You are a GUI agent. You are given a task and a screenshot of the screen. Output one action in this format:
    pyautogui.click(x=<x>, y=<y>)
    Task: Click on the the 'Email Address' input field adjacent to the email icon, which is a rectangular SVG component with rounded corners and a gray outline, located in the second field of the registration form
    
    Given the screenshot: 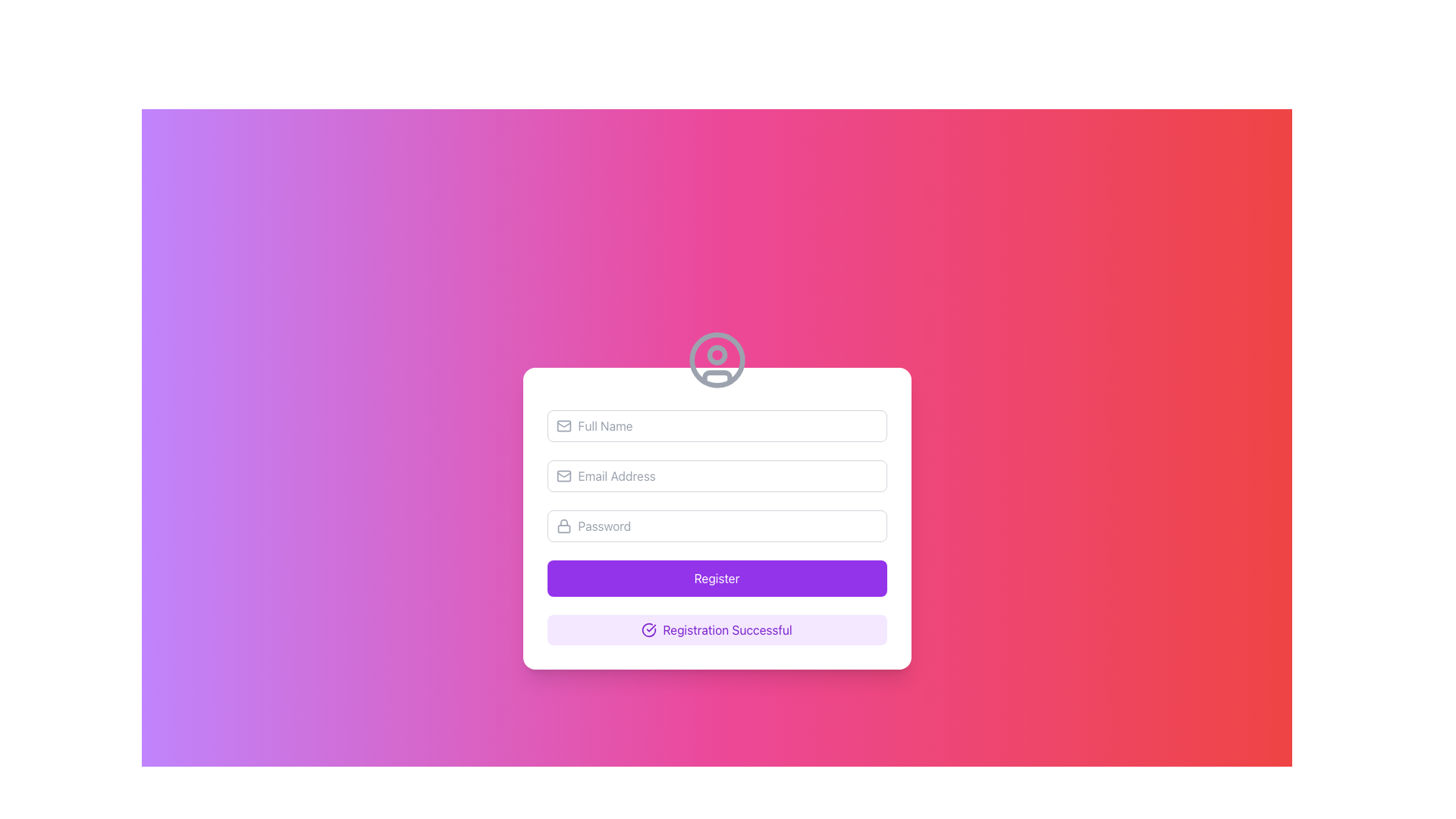 What is the action you would take?
    pyautogui.click(x=563, y=475)
    